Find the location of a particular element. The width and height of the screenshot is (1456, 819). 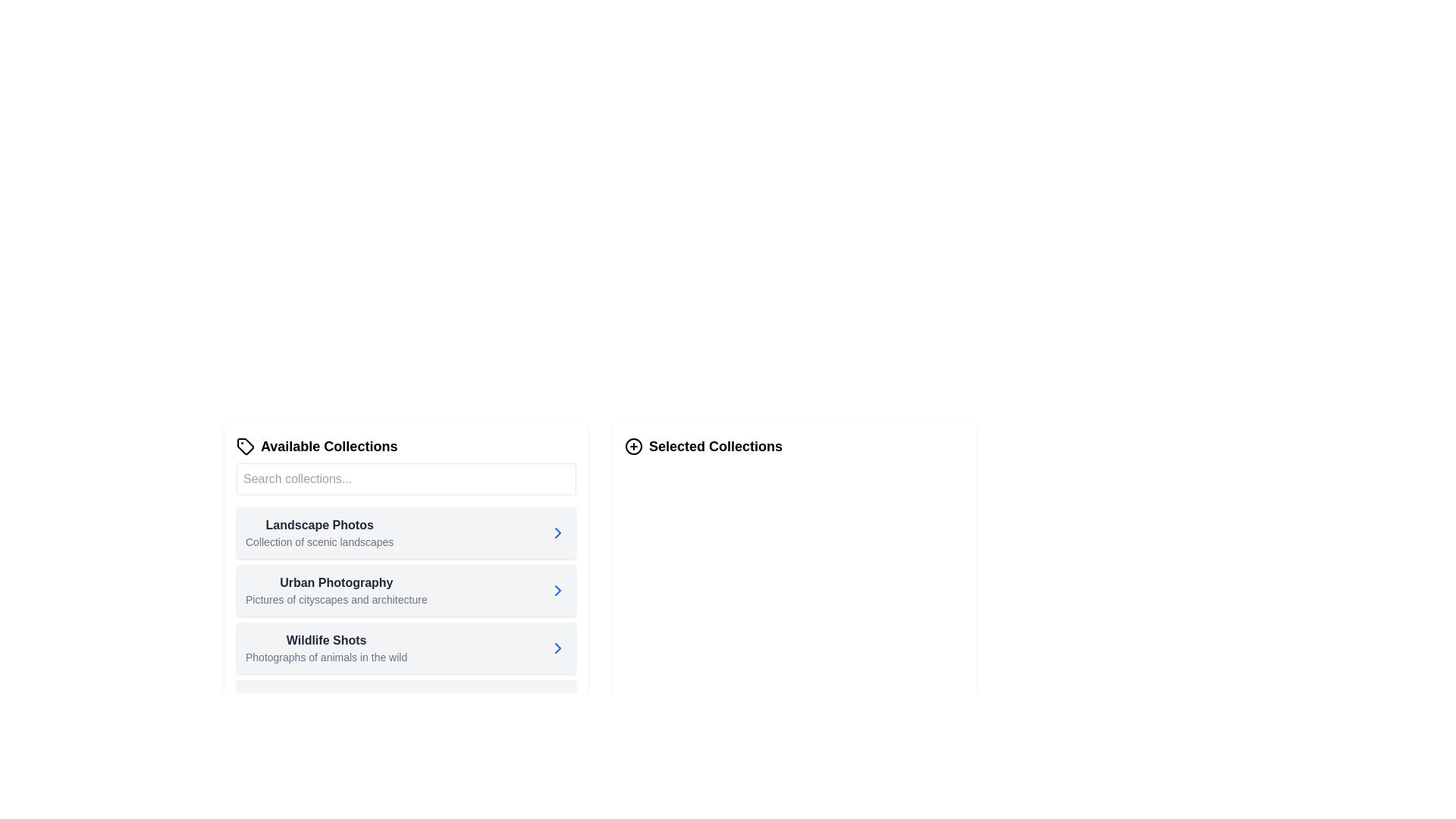

the right-pointing blue chevron icon located at the end of the last row labeled 'Wildlife Shots' is located at coordinates (557, 648).